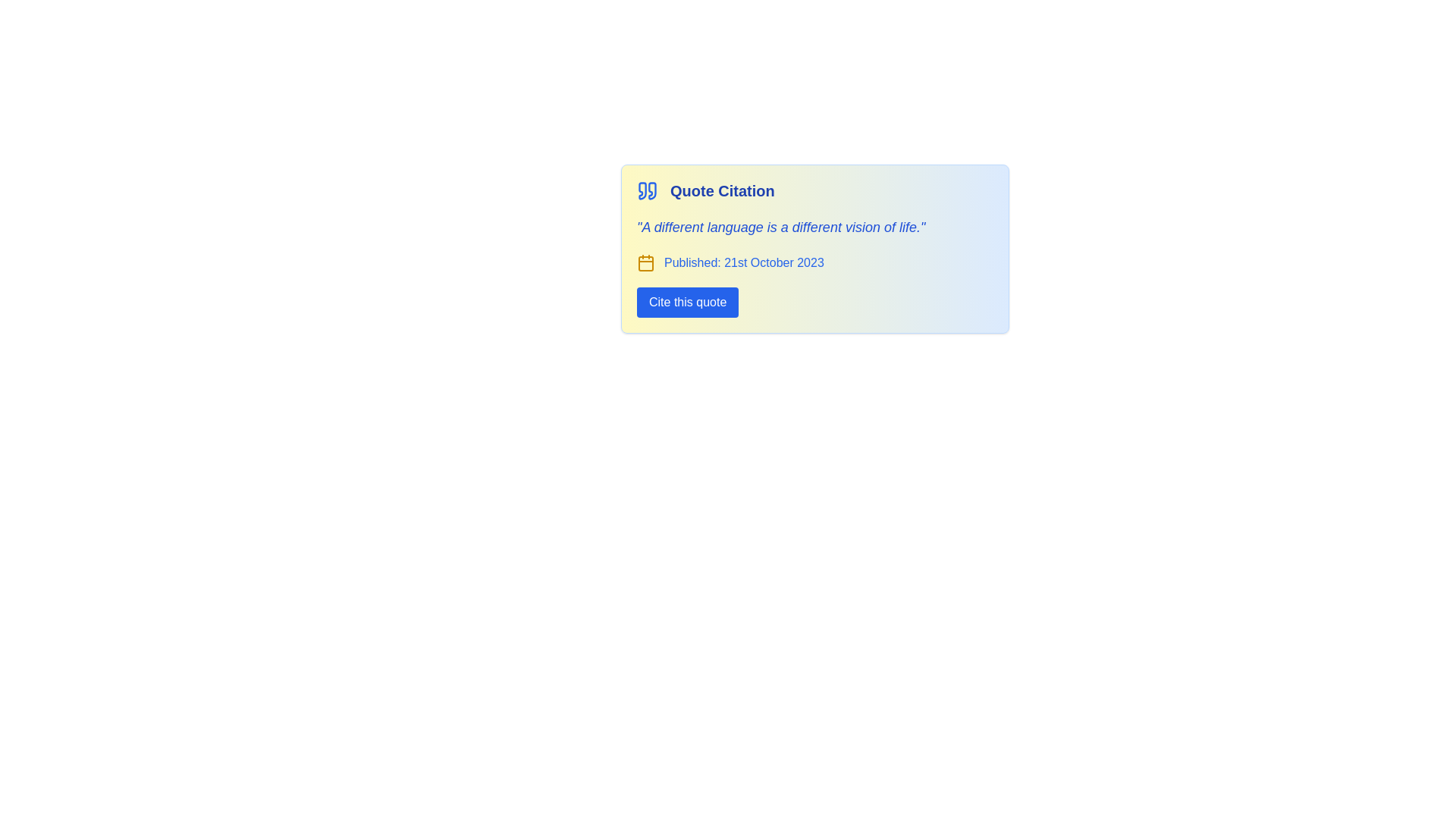 The height and width of the screenshot is (819, 1456). Describe the element at coordinates (721, 190) in the screenshot. I see `the Text label that serves as a heading or title located in the top section of a card-like layout, positioned to the right of a decorative quote icon` at that location.